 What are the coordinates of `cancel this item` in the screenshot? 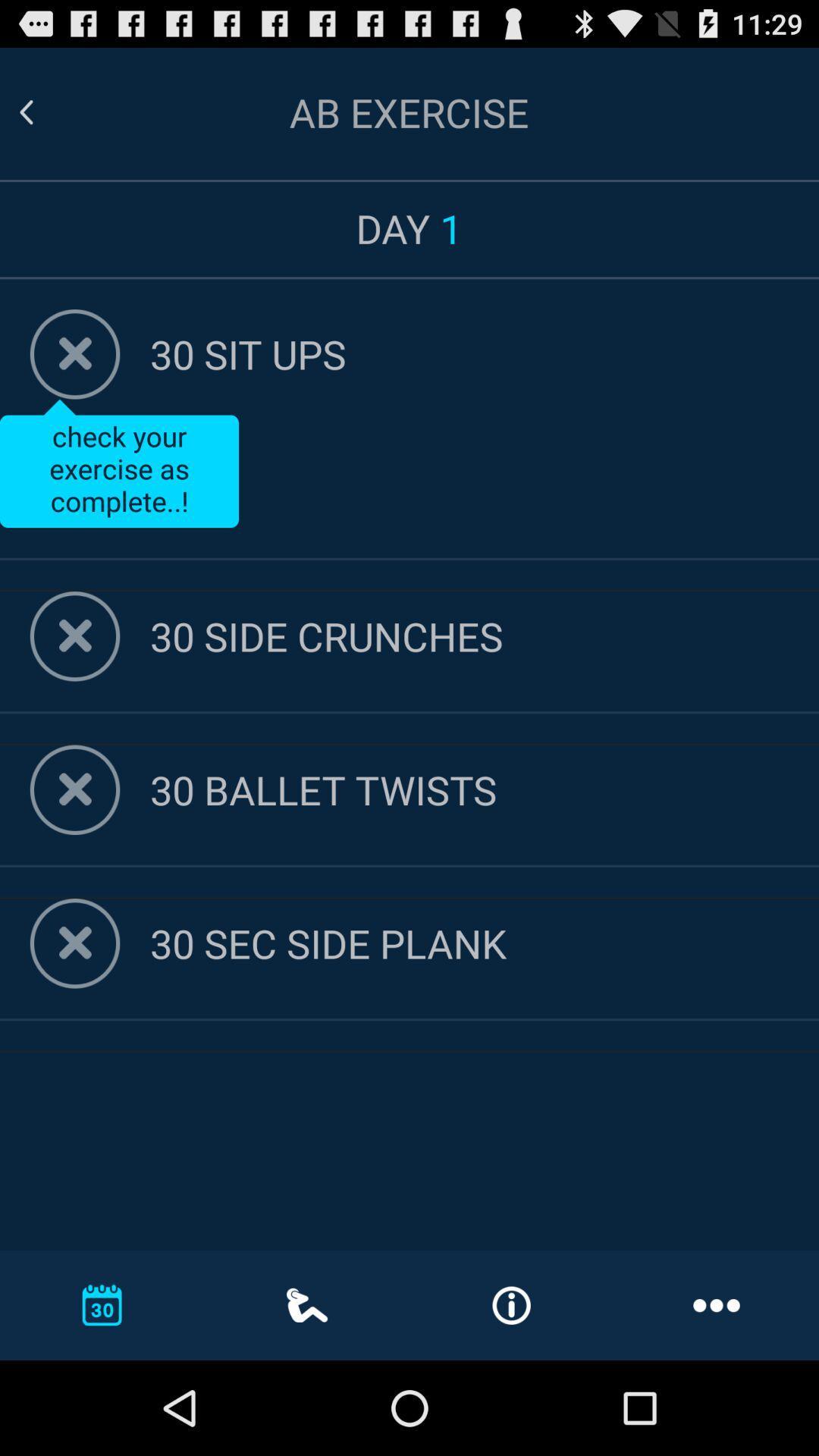 It's located at (75, 789).